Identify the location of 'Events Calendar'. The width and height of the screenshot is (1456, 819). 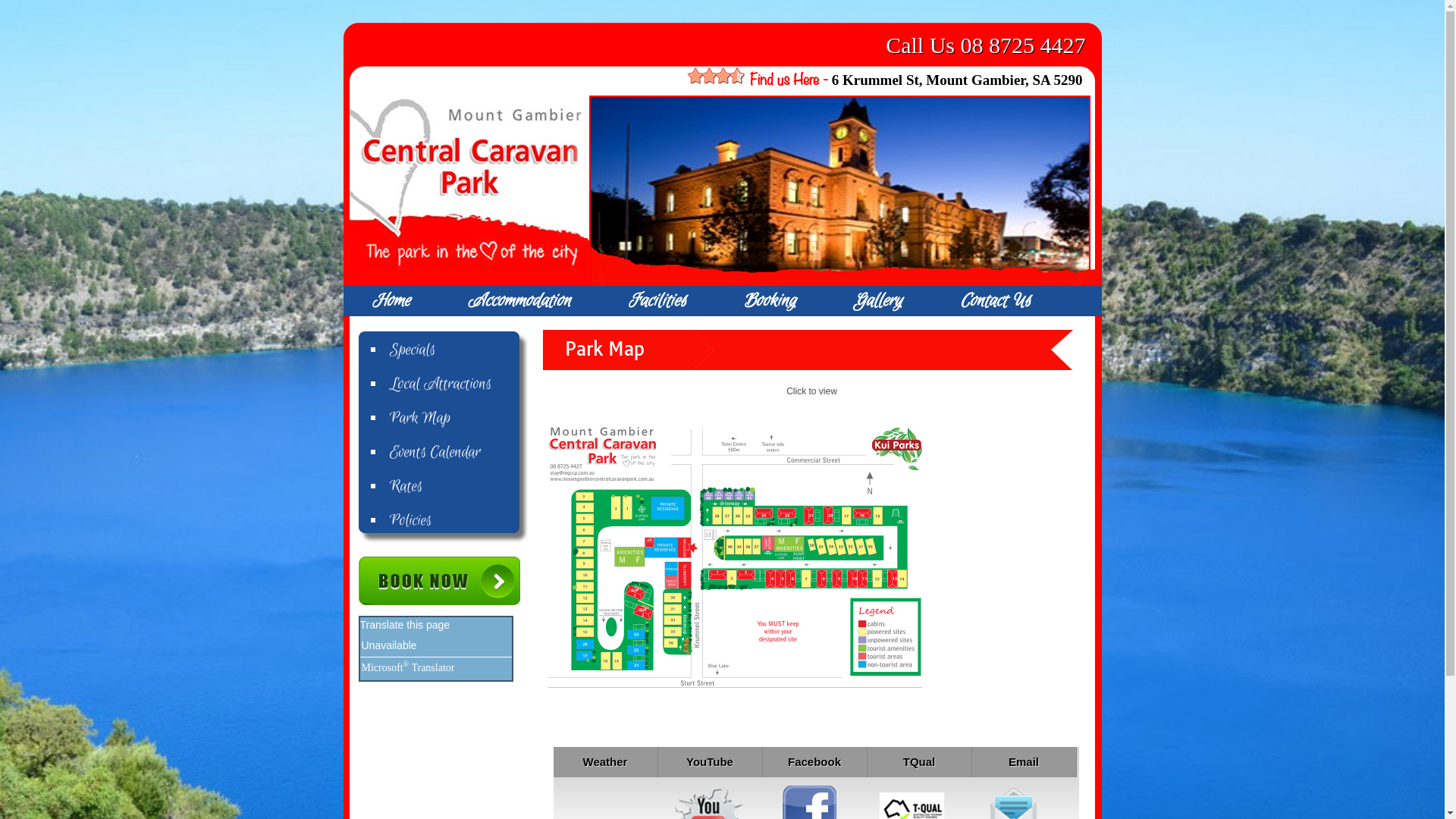
(457, 452).